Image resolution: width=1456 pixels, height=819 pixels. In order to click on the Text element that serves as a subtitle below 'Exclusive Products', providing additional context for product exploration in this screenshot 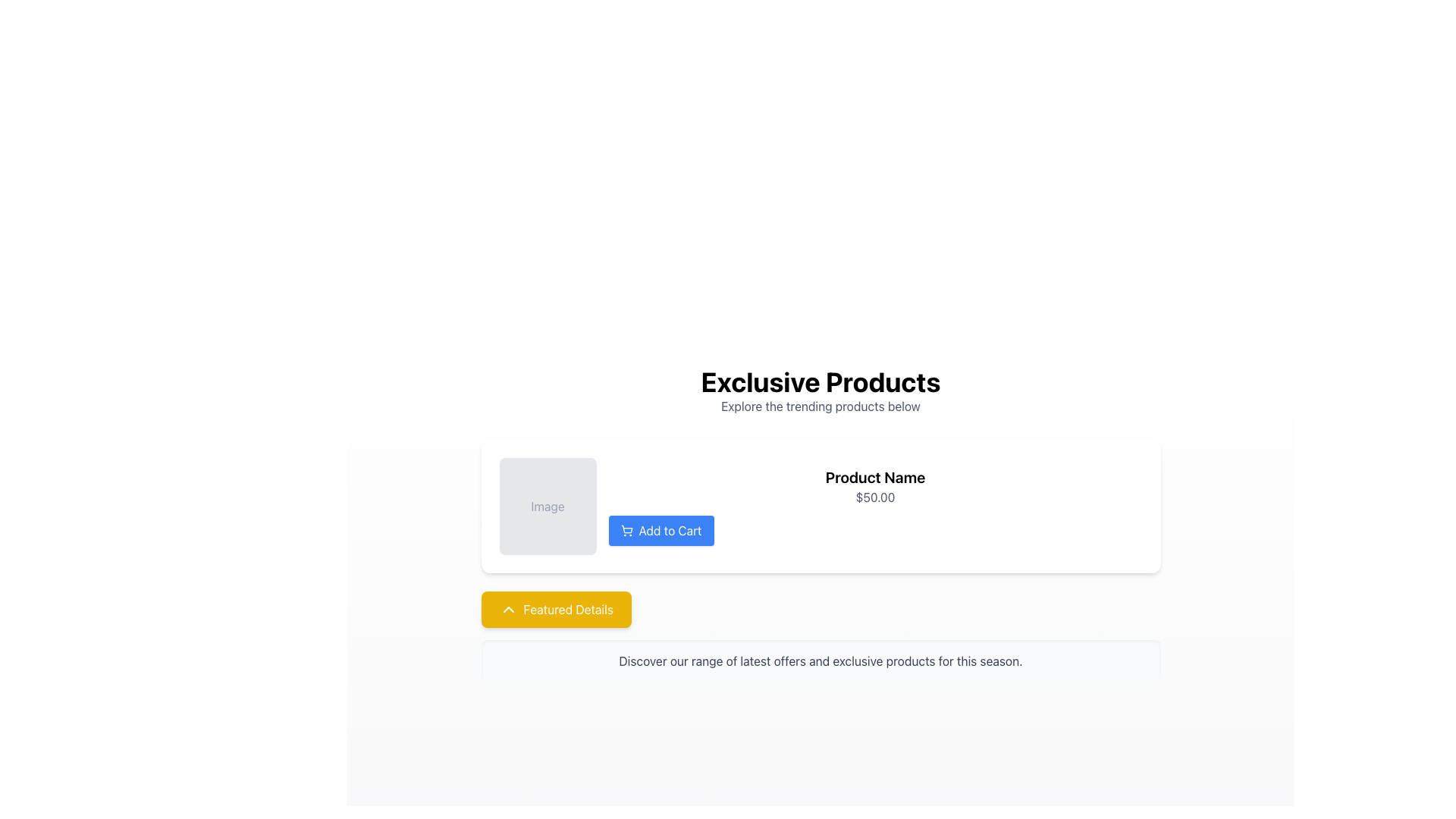, I will do `click(820, 406)`.